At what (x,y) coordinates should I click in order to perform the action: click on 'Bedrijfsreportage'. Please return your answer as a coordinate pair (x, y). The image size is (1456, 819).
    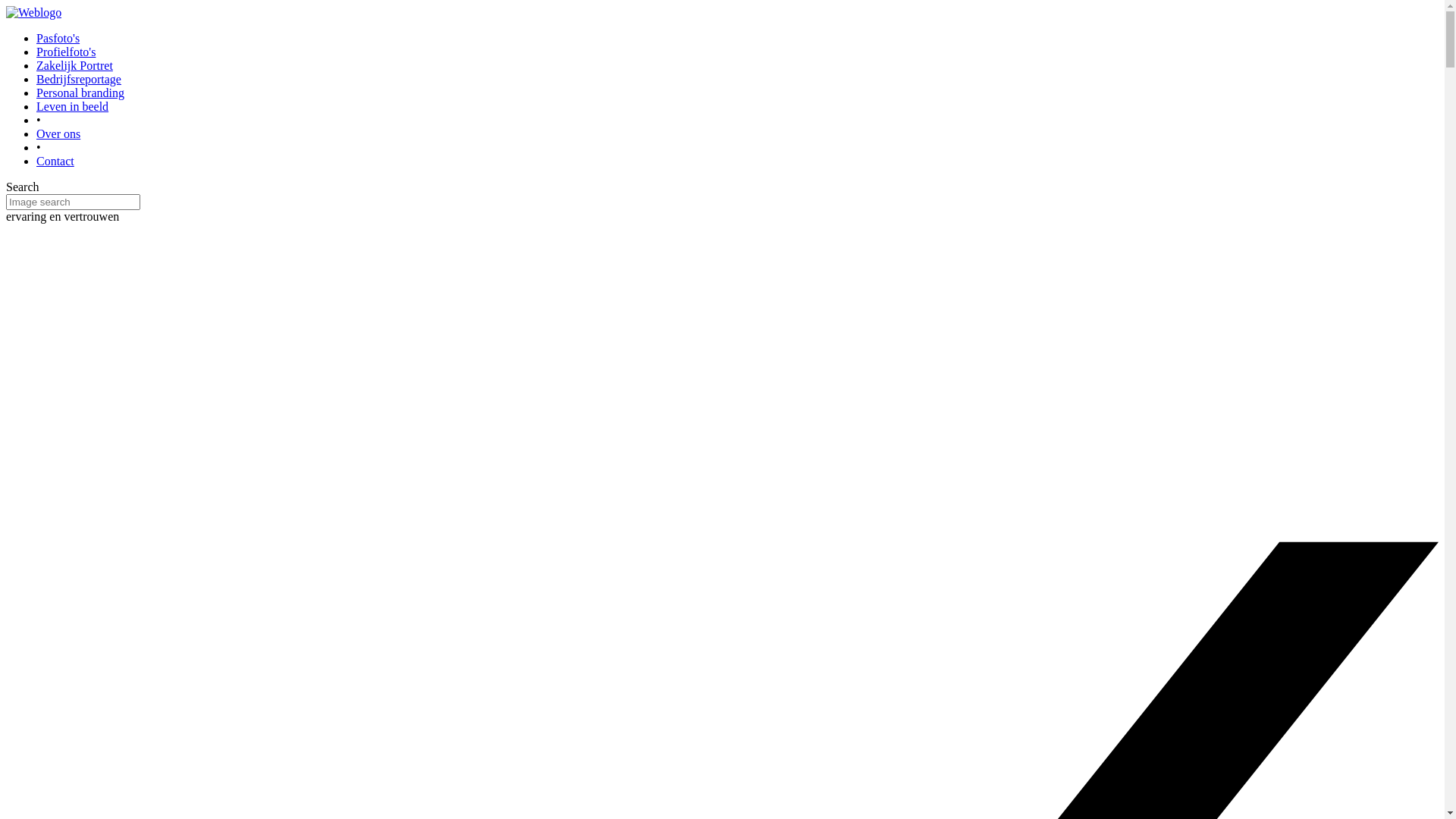
    Looking at the image, I should click on (78, 79).